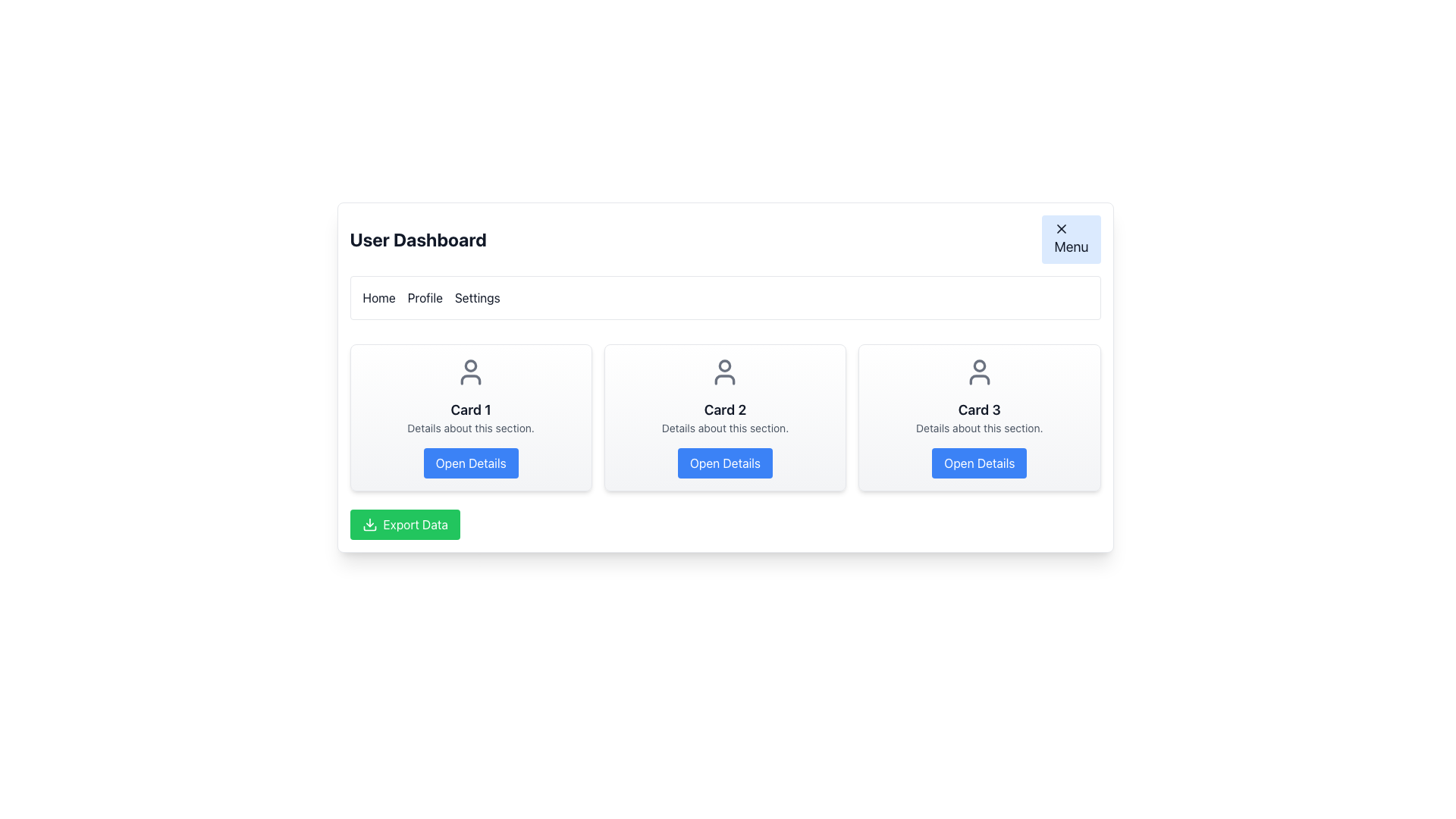 The image size is (1456, 819). What do you see at coordinates (979, 428) in the screenshot?
I see `the text label at the bottom middle of 'Card 3', which provides additional context for users` at bounding box center [979, 428].